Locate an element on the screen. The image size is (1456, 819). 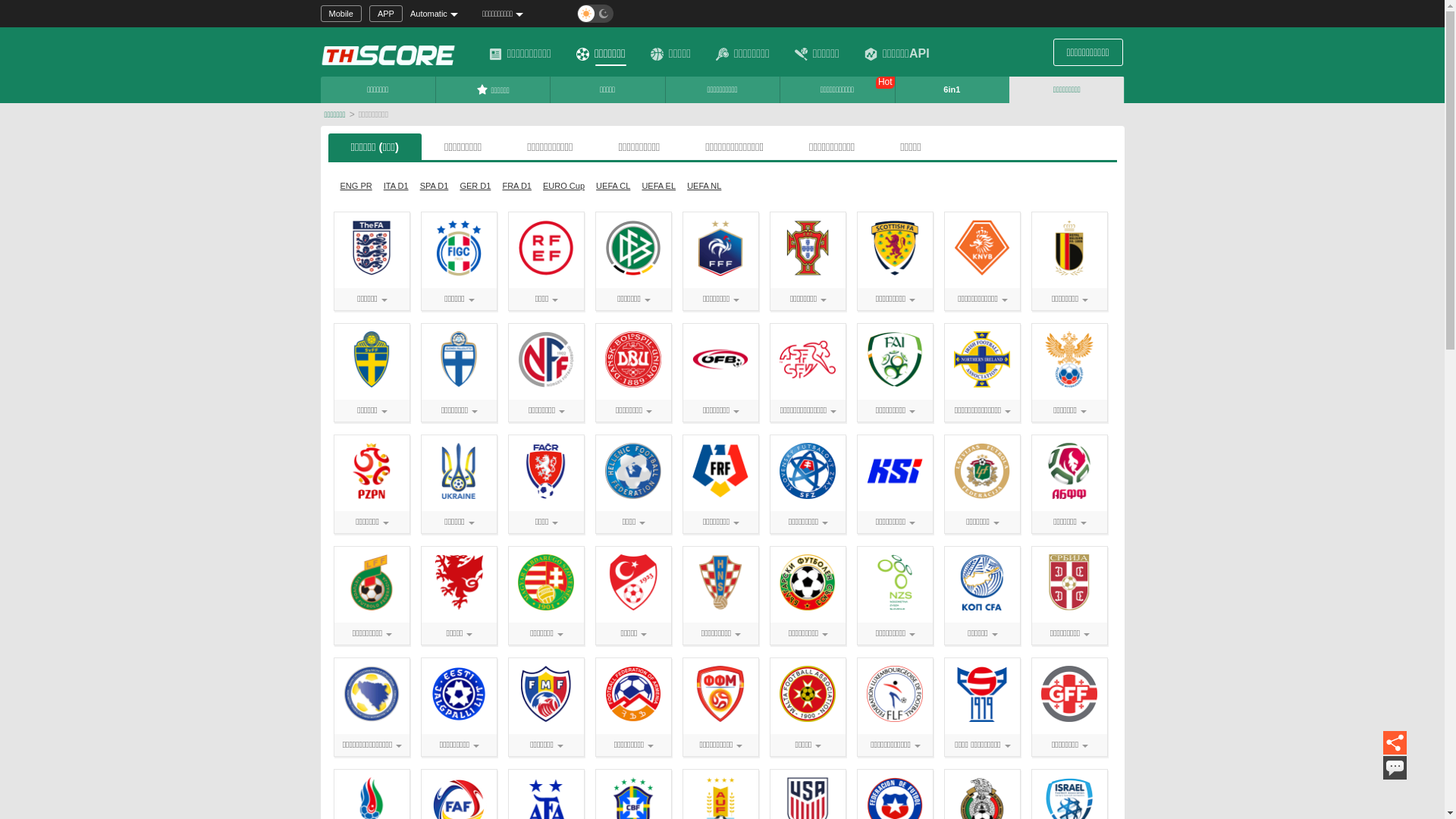
'SPA D1' is located at coordinates (433, 185).